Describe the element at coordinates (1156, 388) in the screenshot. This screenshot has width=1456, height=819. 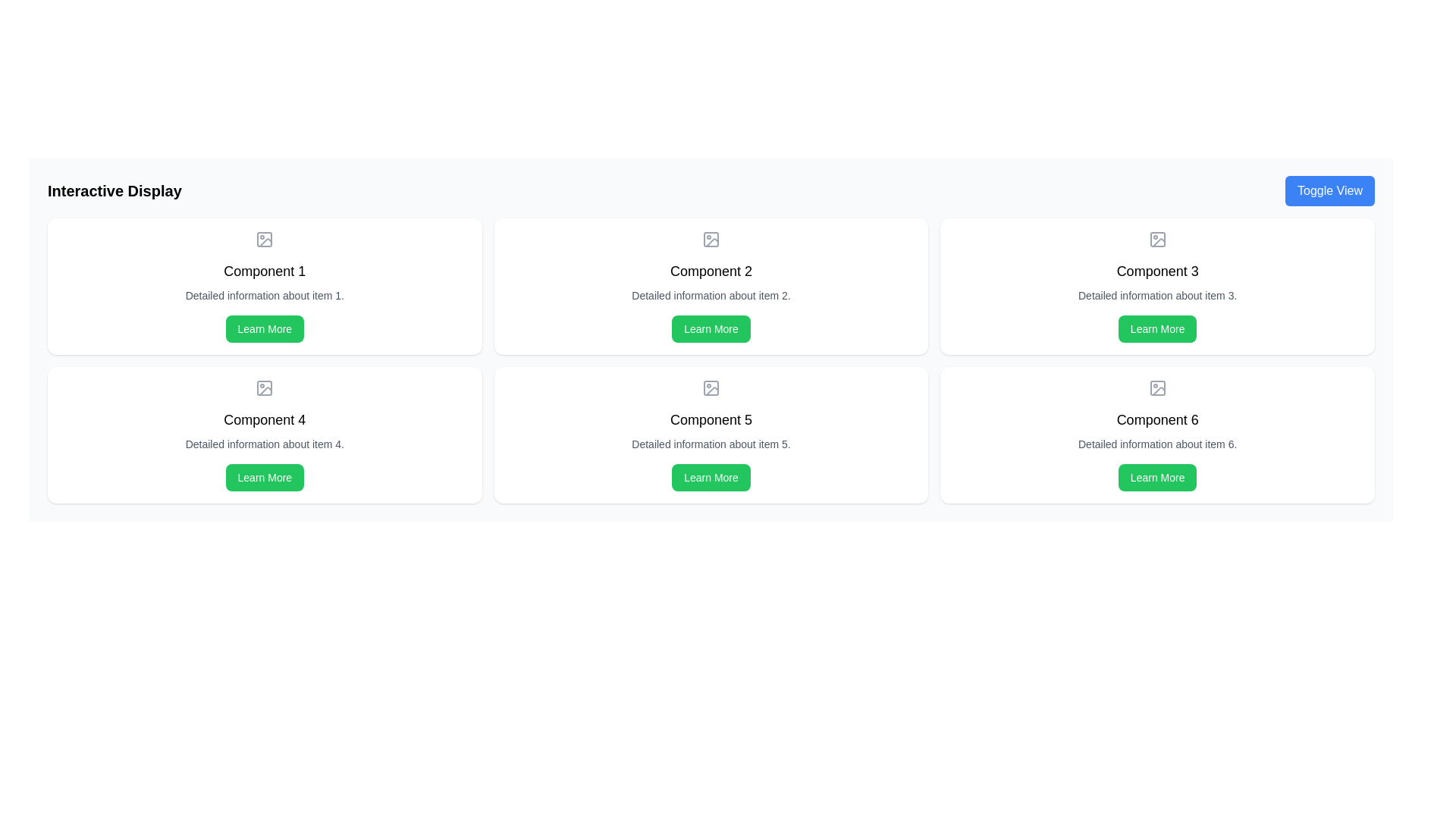
I see `the light gray rounded rectangle decorative visual element located at the center of the image placeholder icon in the 'Component 6' card` at that location.